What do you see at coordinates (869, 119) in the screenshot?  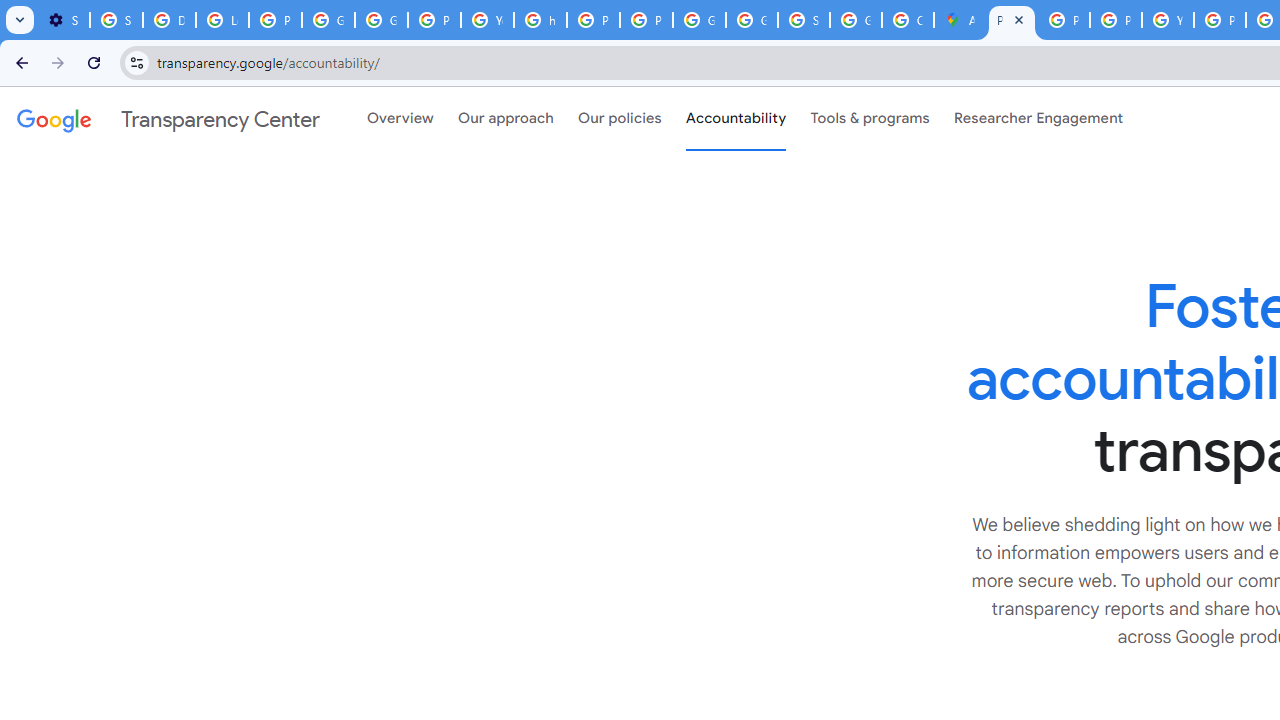 I see `'Tools & programs'` at bounding box center [869, 119].